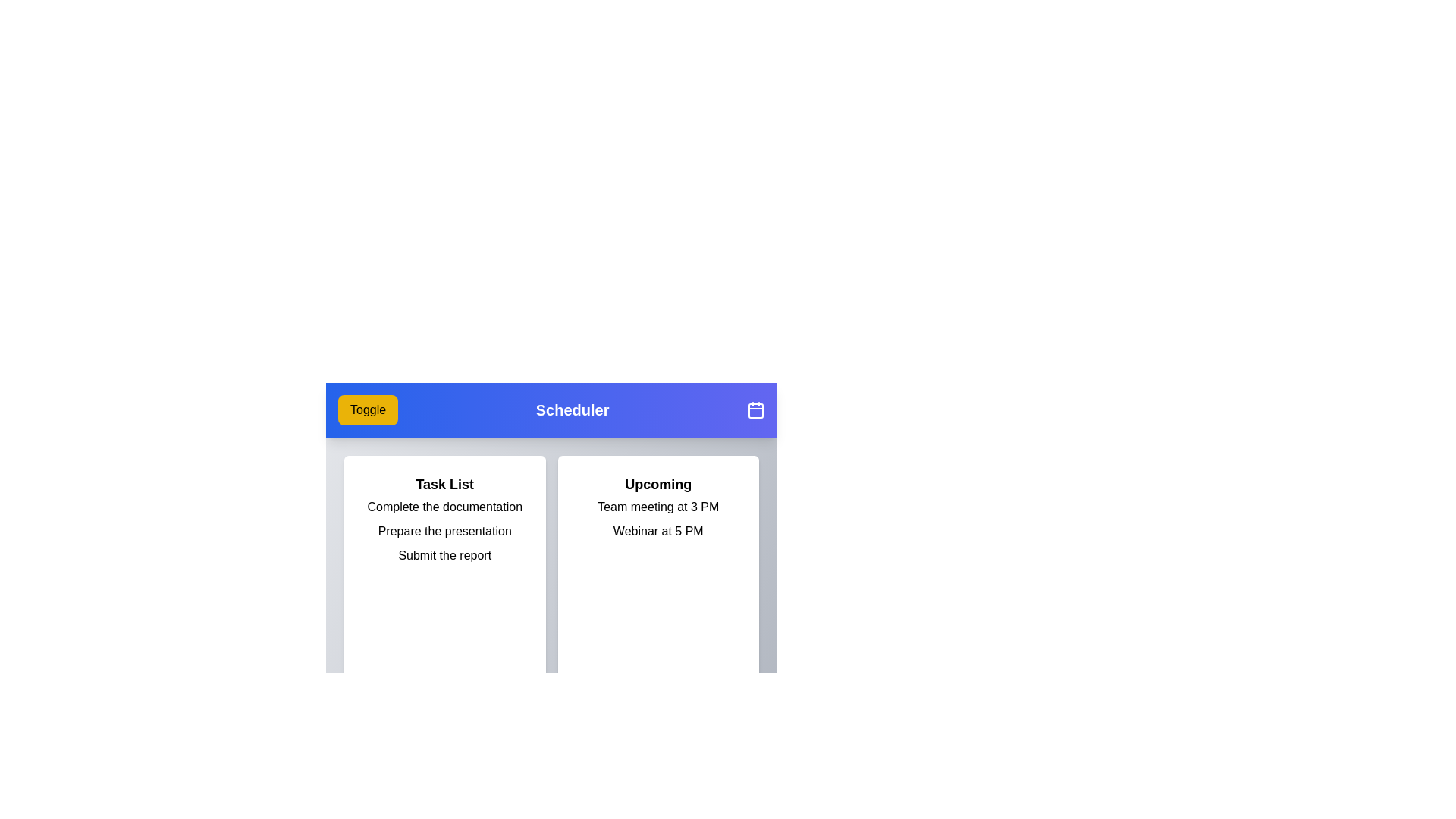 Image resolution: width=1456 pixels, height=819 pixels. Describe the element at coordinates (756, 409) in the screenshot. I see `the calendar icon in the AppBar` at that location.